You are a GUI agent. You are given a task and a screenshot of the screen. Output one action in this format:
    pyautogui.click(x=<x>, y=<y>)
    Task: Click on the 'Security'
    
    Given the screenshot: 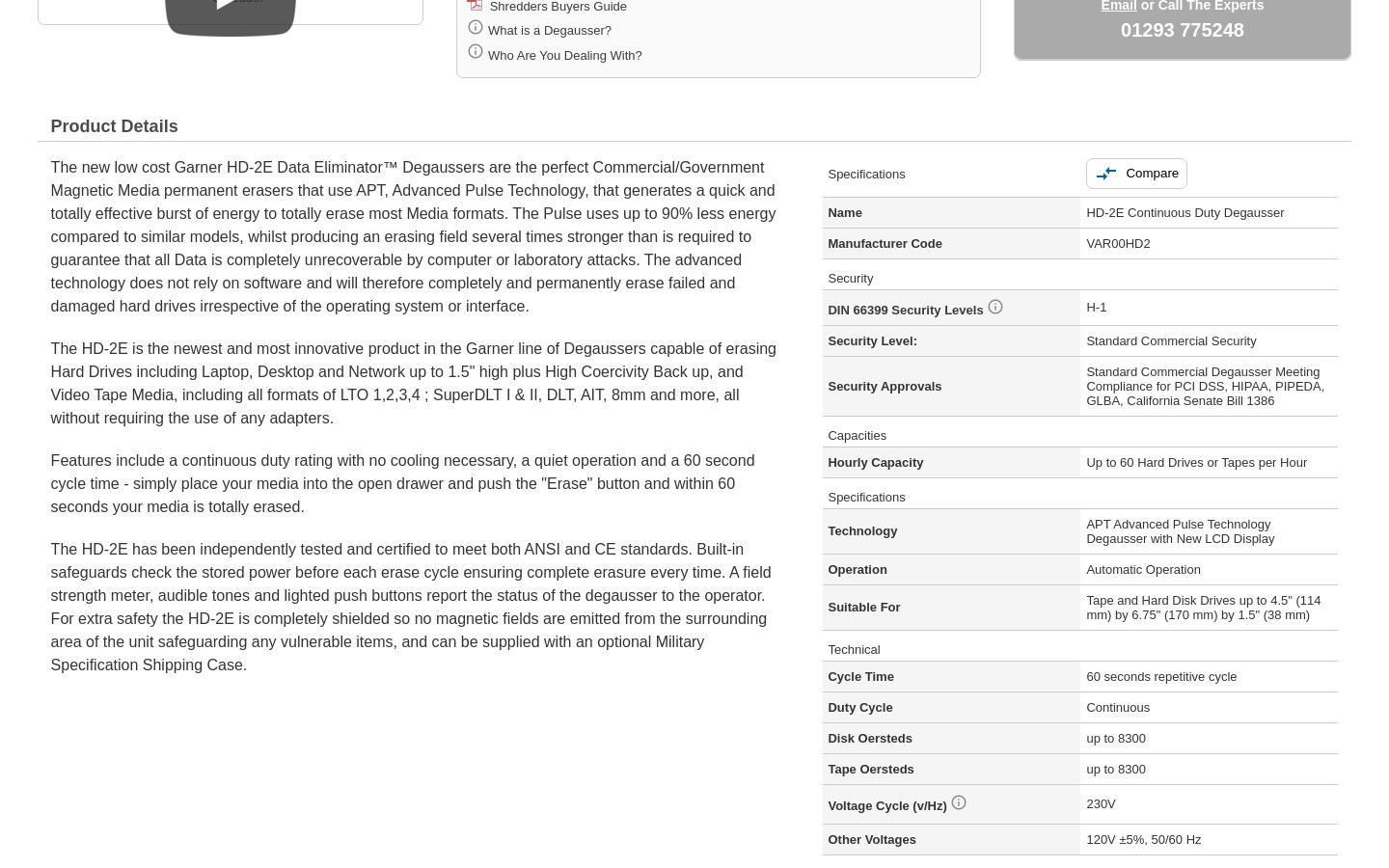 What is the action you would take?
    pyautogui.click(x=849, y=276)
    